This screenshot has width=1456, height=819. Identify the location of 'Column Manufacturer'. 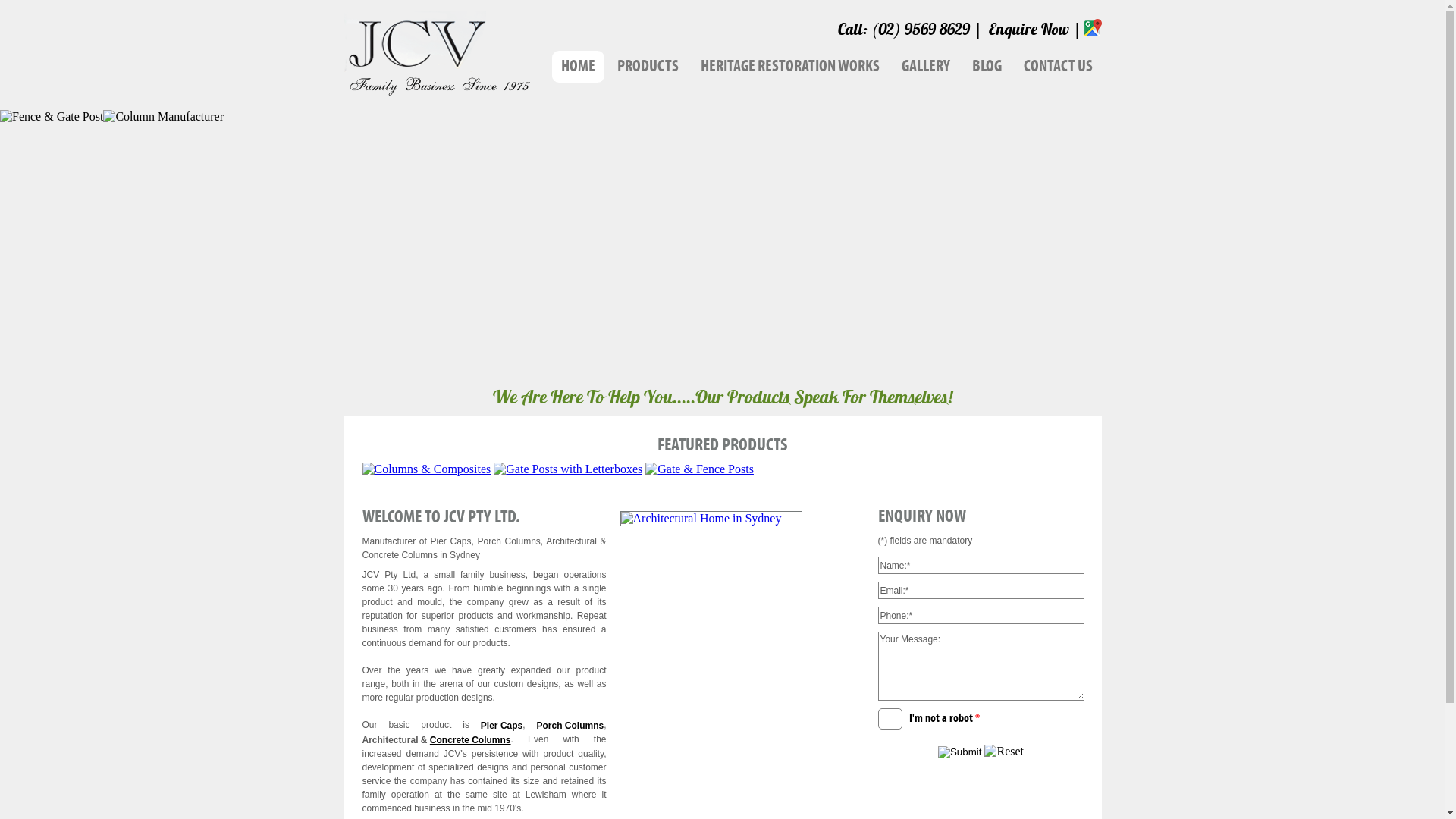
(163, 116).